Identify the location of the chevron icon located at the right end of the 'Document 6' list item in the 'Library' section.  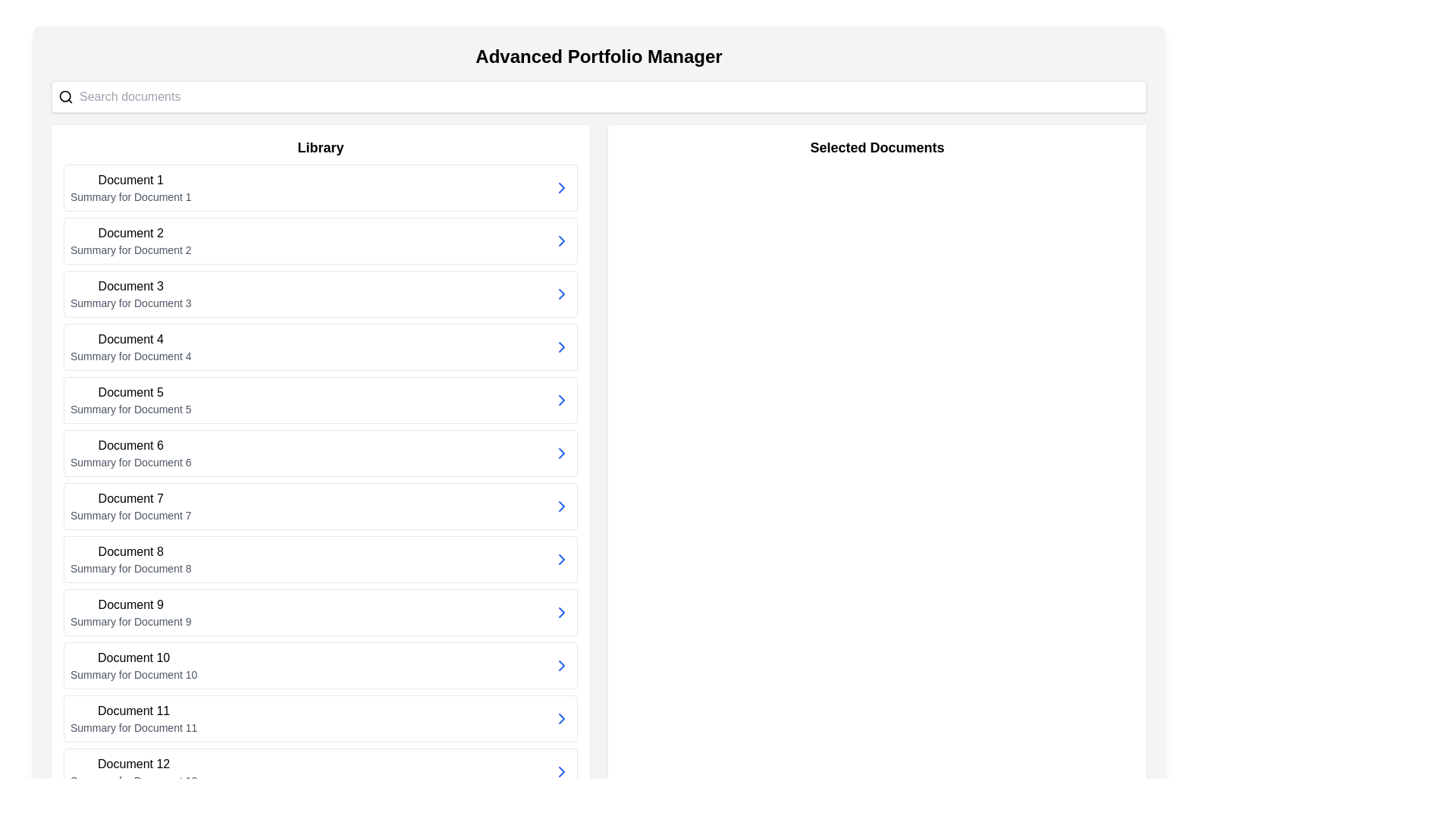
(560, 452).